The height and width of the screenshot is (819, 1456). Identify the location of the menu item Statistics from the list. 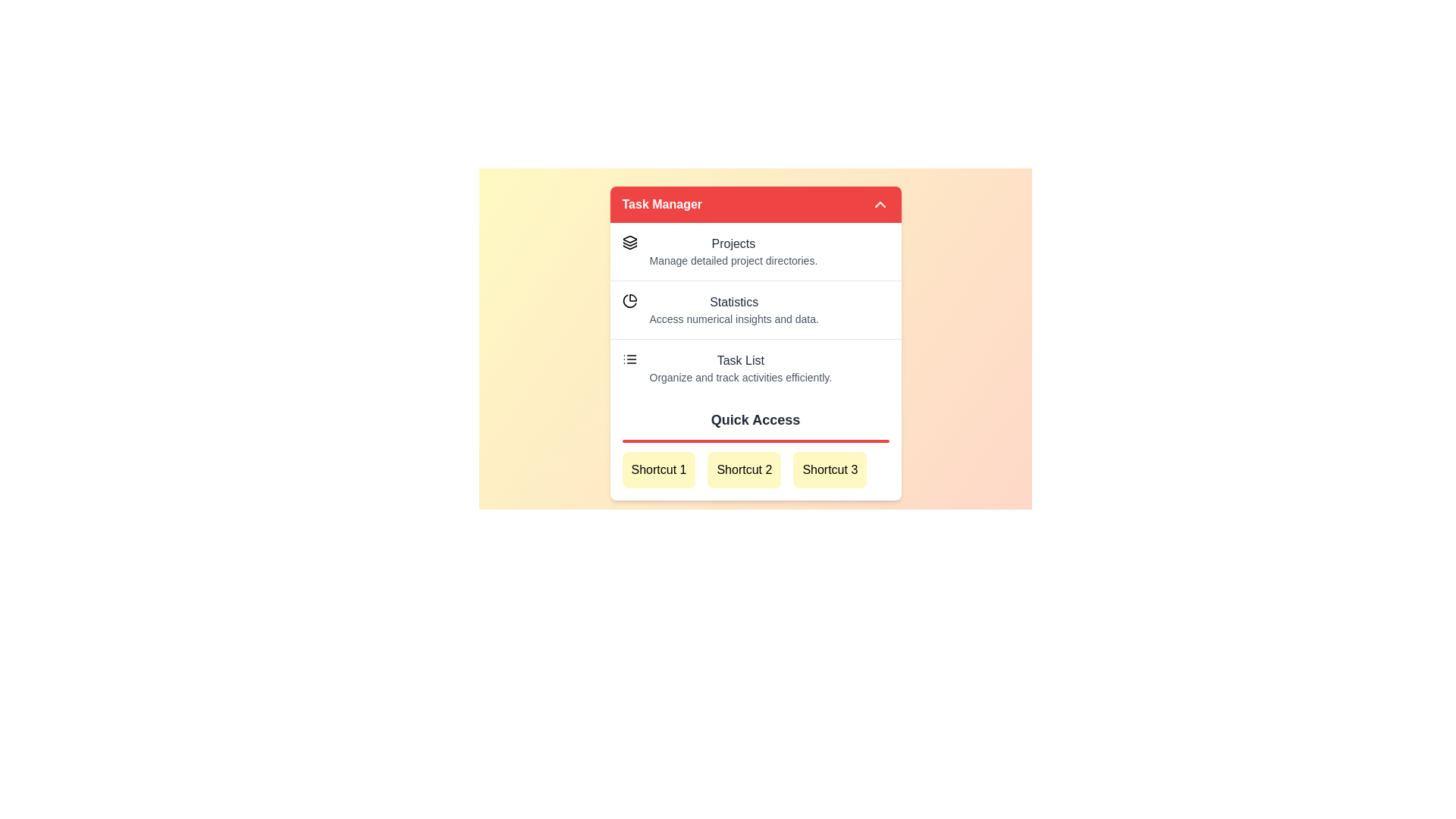
(755, 309).